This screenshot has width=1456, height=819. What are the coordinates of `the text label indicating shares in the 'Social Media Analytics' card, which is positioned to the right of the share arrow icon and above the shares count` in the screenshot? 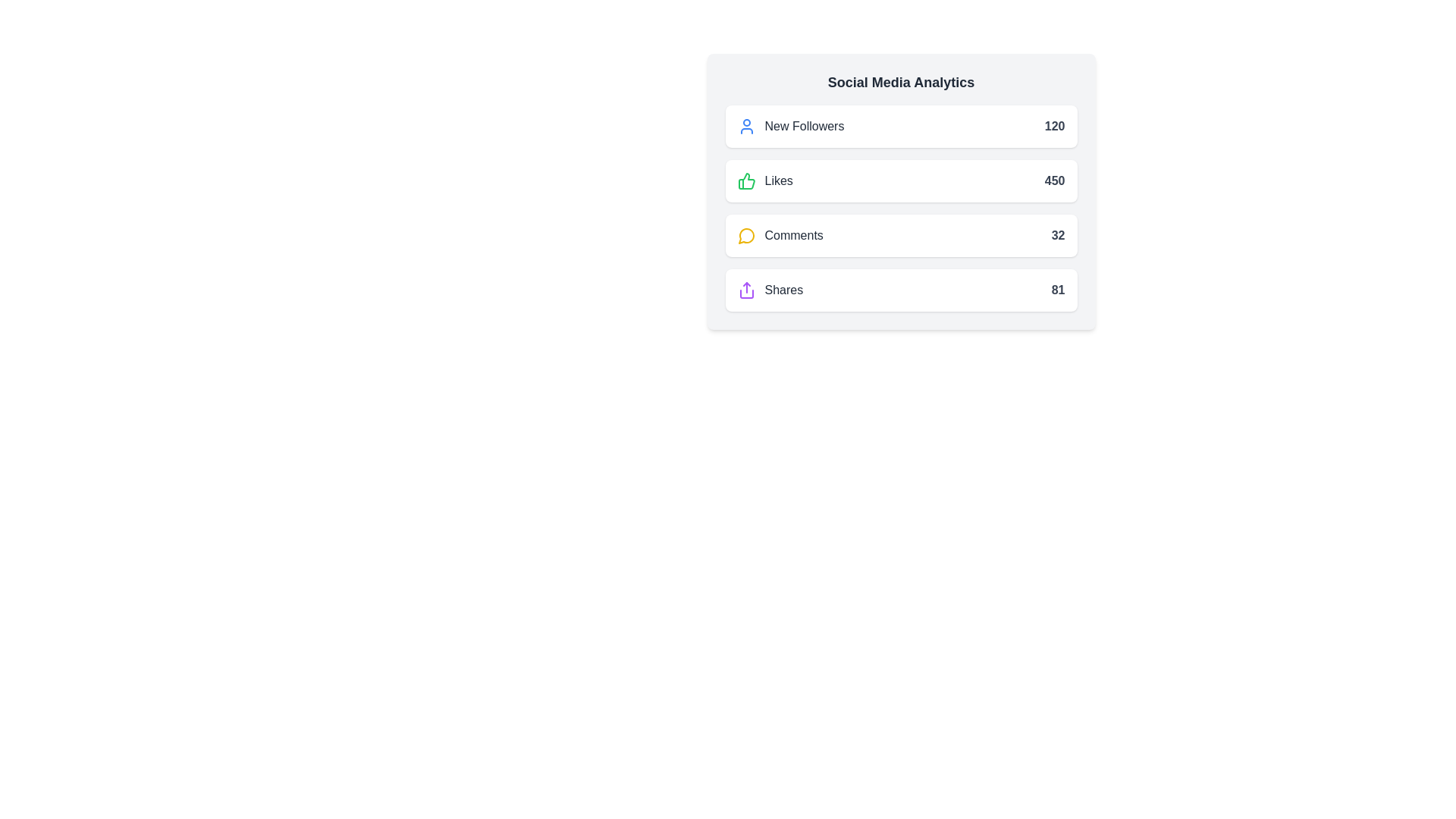 It's located at (783, 290).